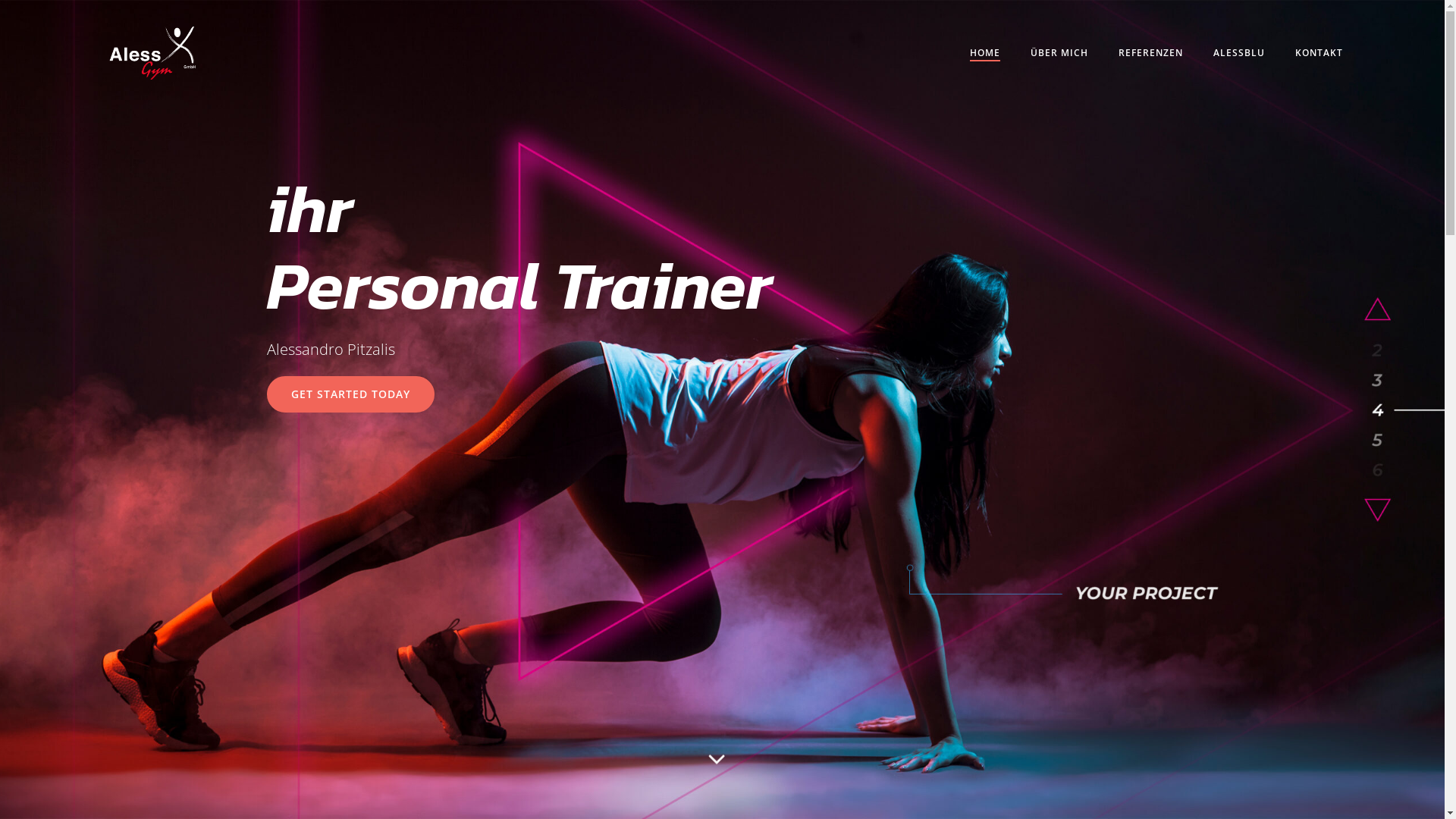 This screenshot has height=819, width=1456. Describe the element at coordinates (985, 52) in the screenshot. I see `'HOME'` at that location.